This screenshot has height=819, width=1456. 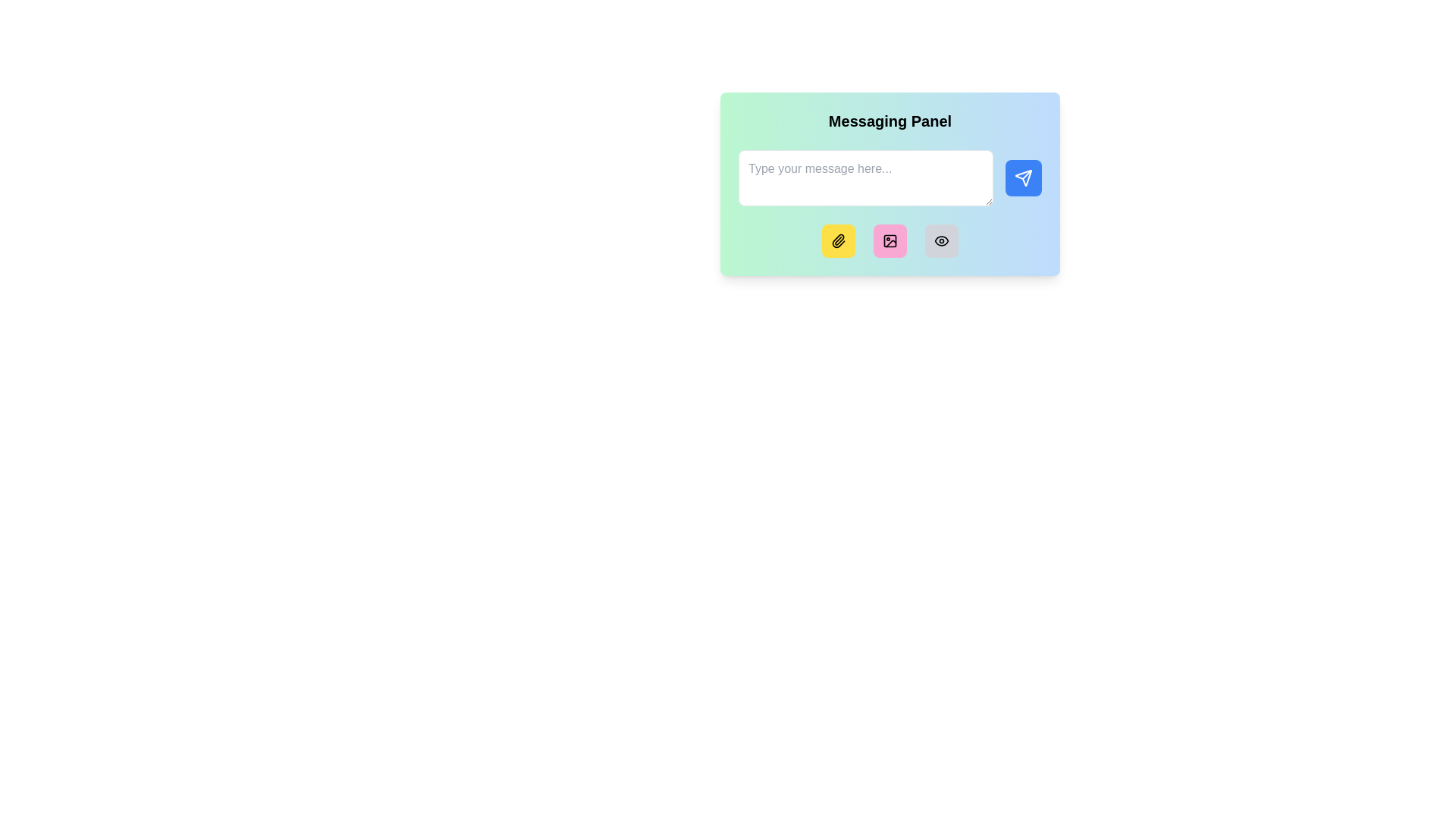 I want to click on the rectangular icon with a soft pink background that represents image selection, located in the toolbar of icons below the 'Messaging Panel', specifically the second icon from the left, so click(x=890, y=240).